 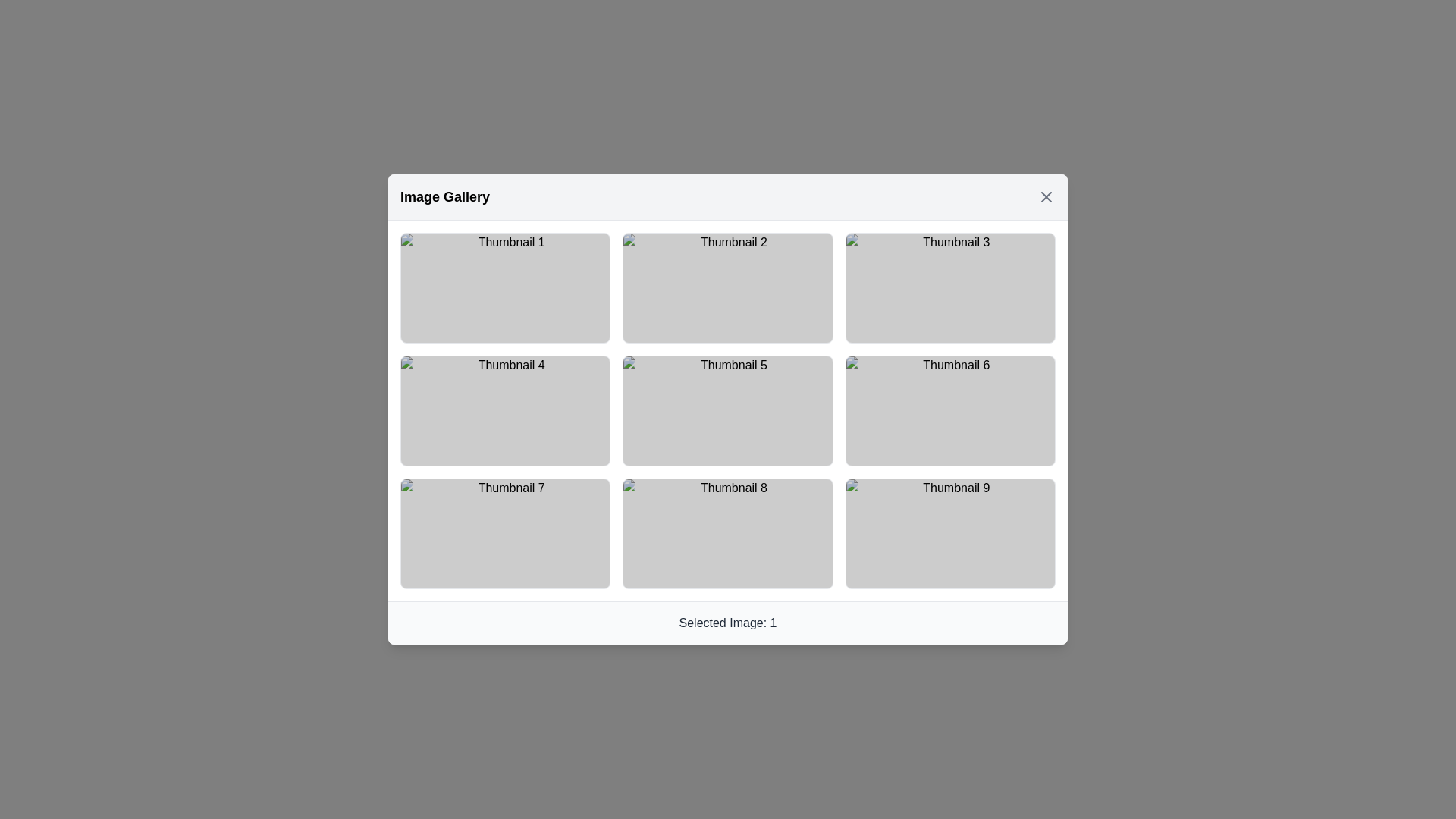 What do you see at coordinates (728, 533) in the screenshot?
I see `the layered overlay that indicates interactivity on the eighth thumbnail in a 3x3 grid layout of the image gallery` at bounding box center [728, 533].